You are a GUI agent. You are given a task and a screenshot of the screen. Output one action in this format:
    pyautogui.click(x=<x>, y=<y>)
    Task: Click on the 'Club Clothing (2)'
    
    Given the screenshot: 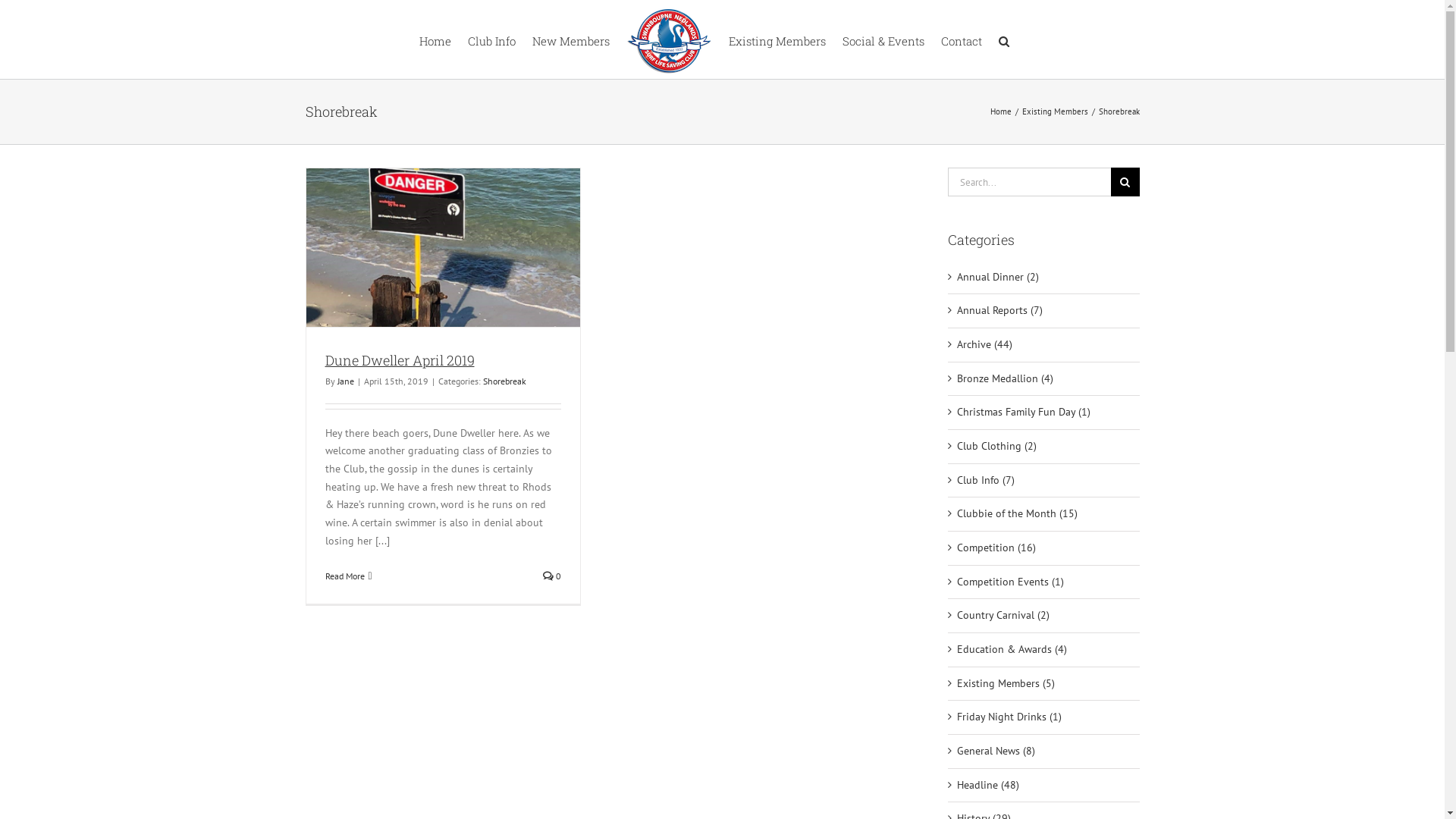 What is the action you would take?
    pyautogui.click(x=956, y=446)
    